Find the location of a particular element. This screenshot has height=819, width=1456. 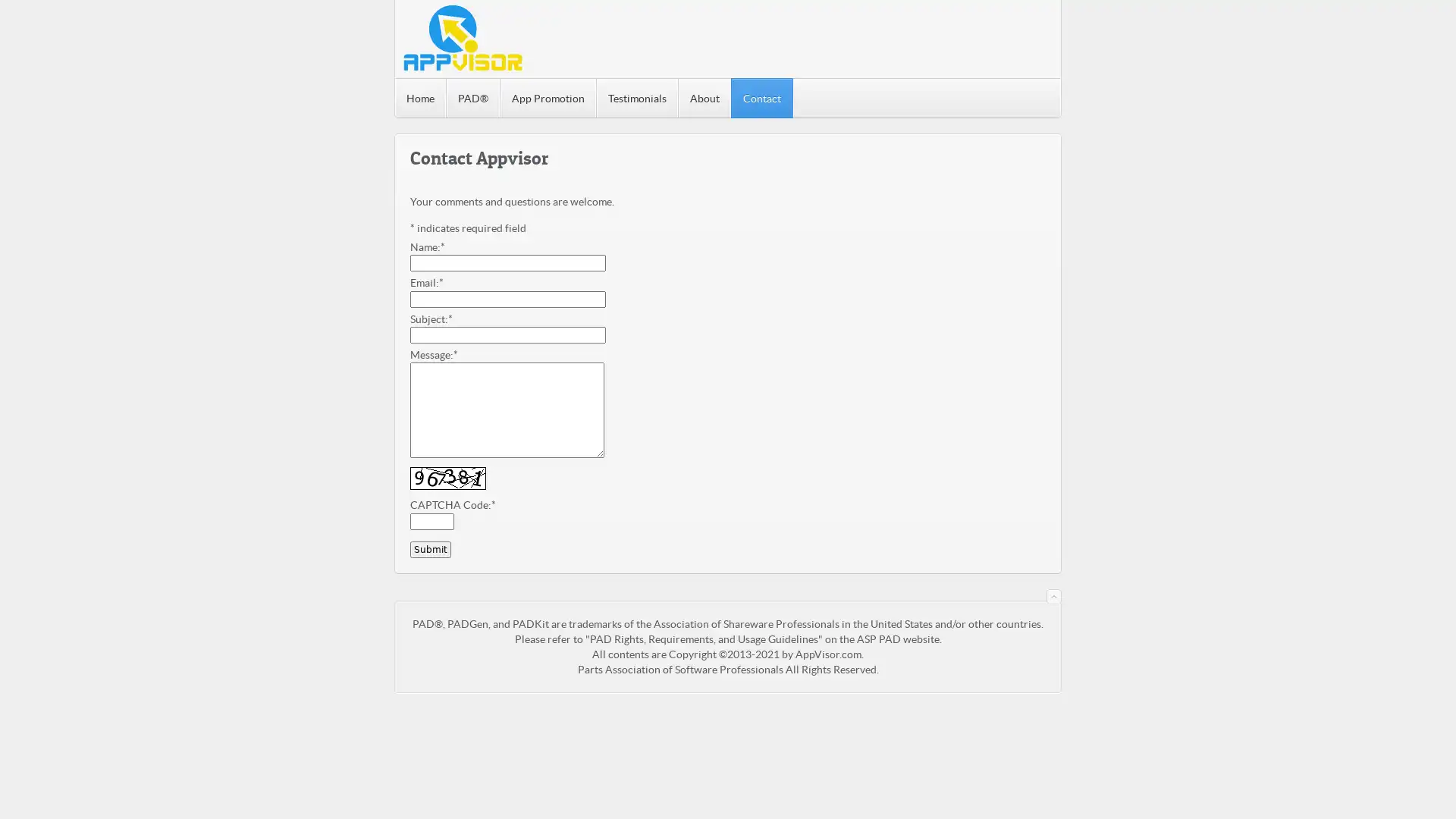

Submit is located at coordinates (429, 550).